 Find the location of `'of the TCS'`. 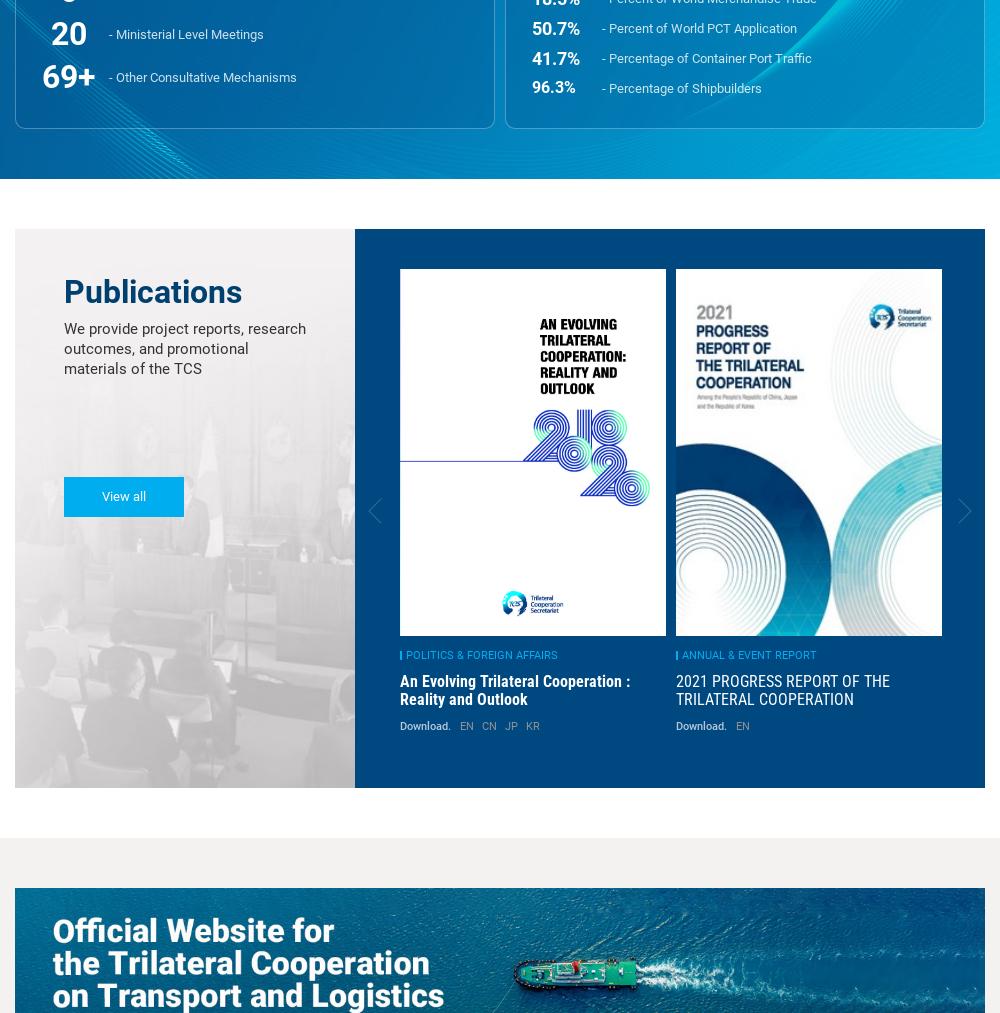

'of the TCS' is located at coordinates (165, 369).